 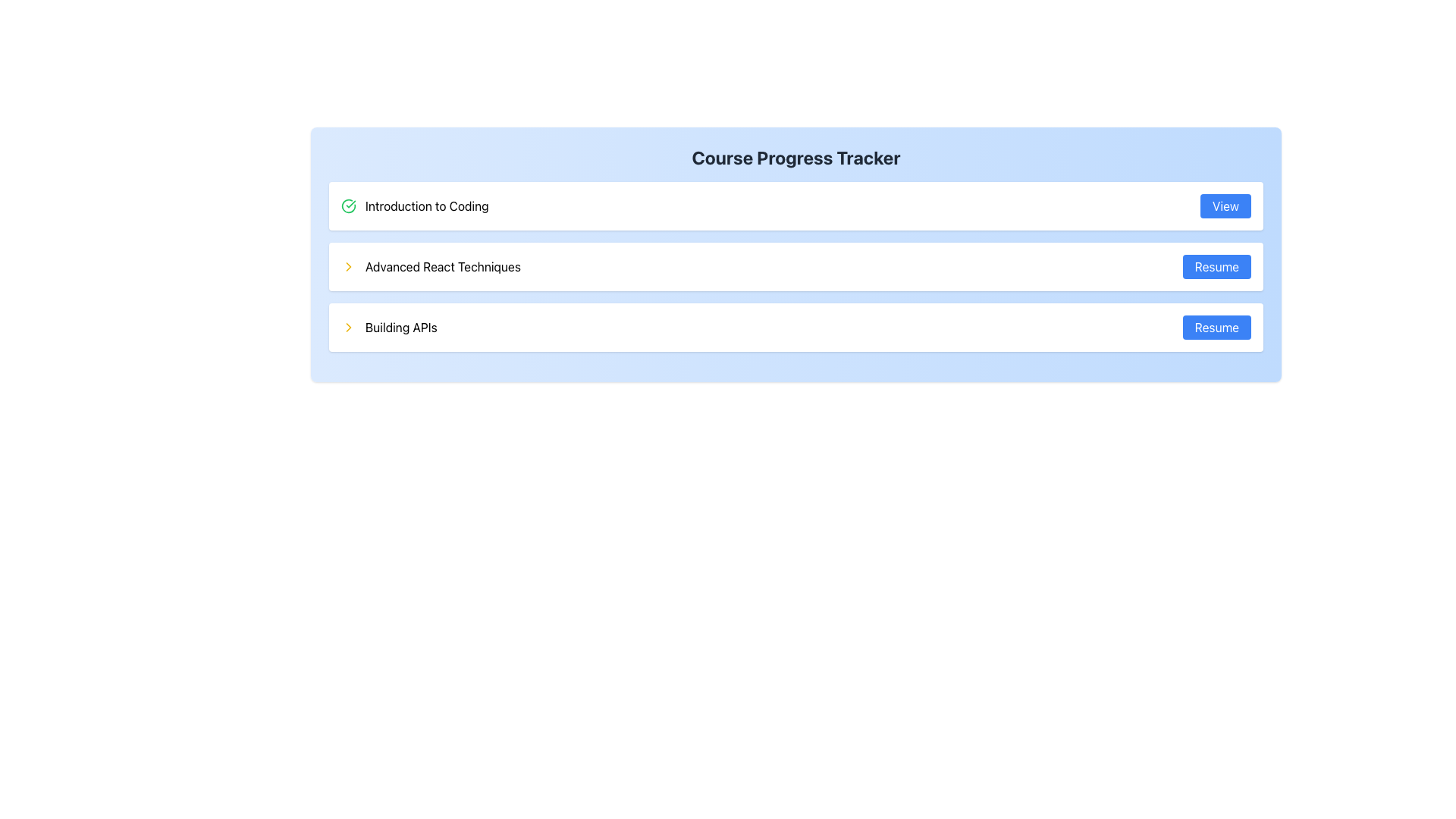 I want to click on the text label displaying 'Advanced React Techniques', which is located in the second row of a vertically stacked list, aligned to the left and preceded by an arrow icon, so click(x=442, y=265).